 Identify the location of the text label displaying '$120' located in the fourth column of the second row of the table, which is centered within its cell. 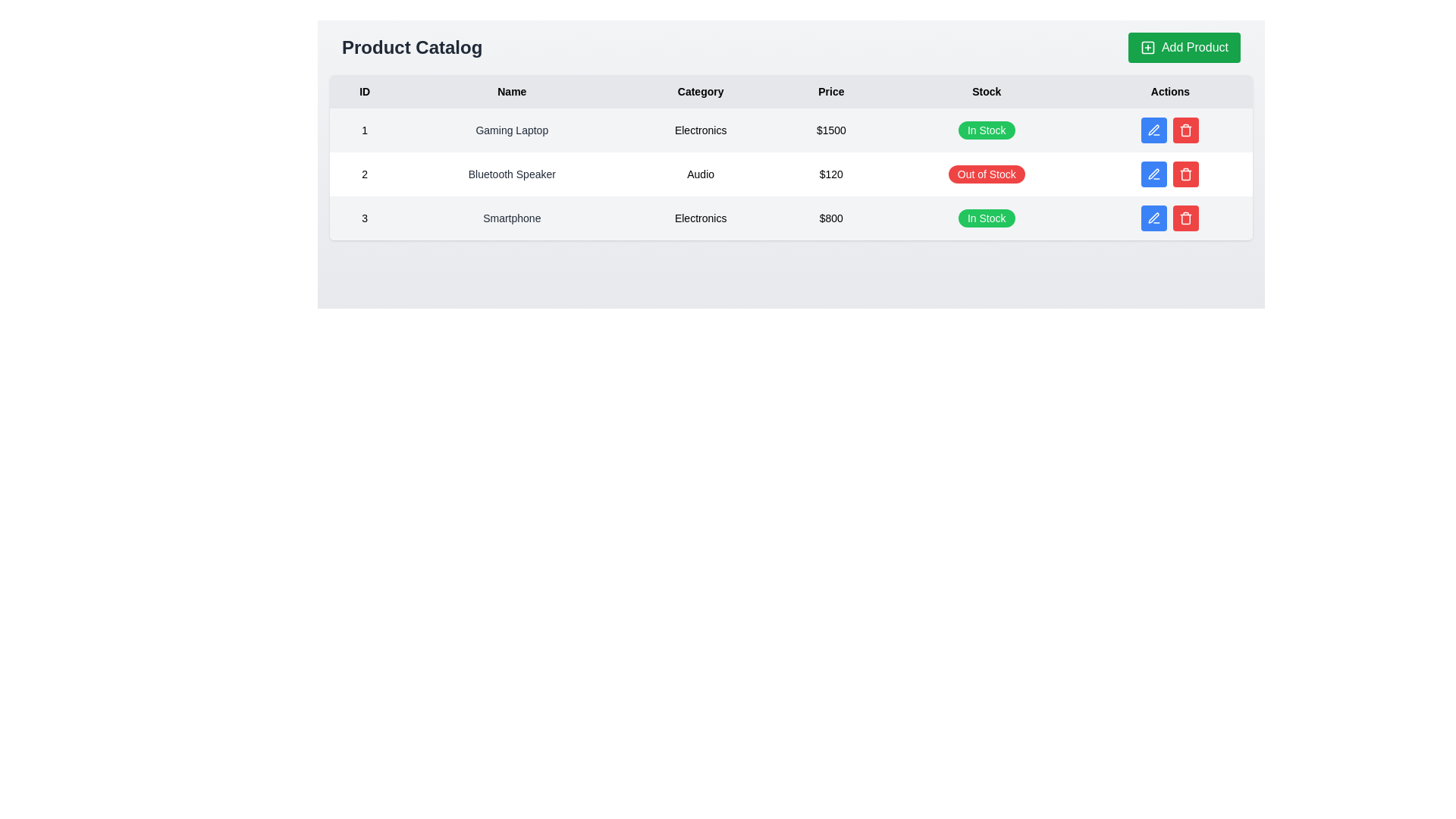
(830, 174).